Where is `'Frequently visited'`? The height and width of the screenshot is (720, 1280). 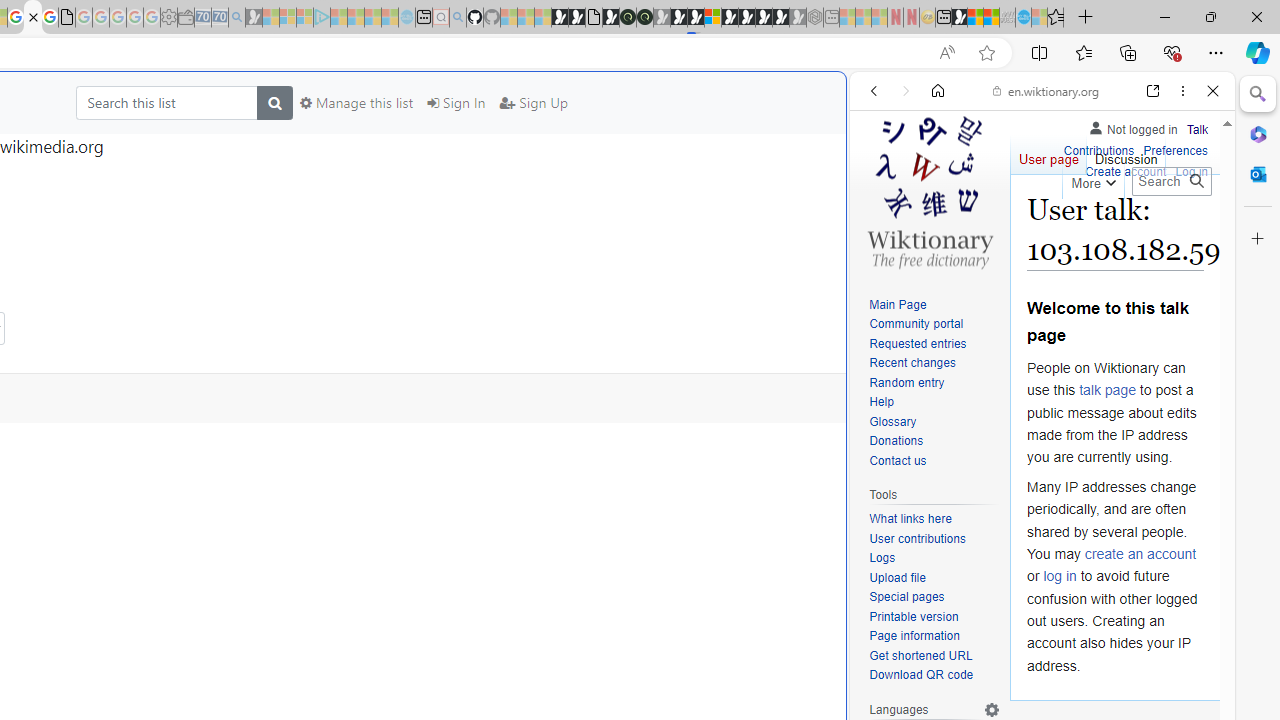
'Frequently visited' is located at coordinates (417, 265).